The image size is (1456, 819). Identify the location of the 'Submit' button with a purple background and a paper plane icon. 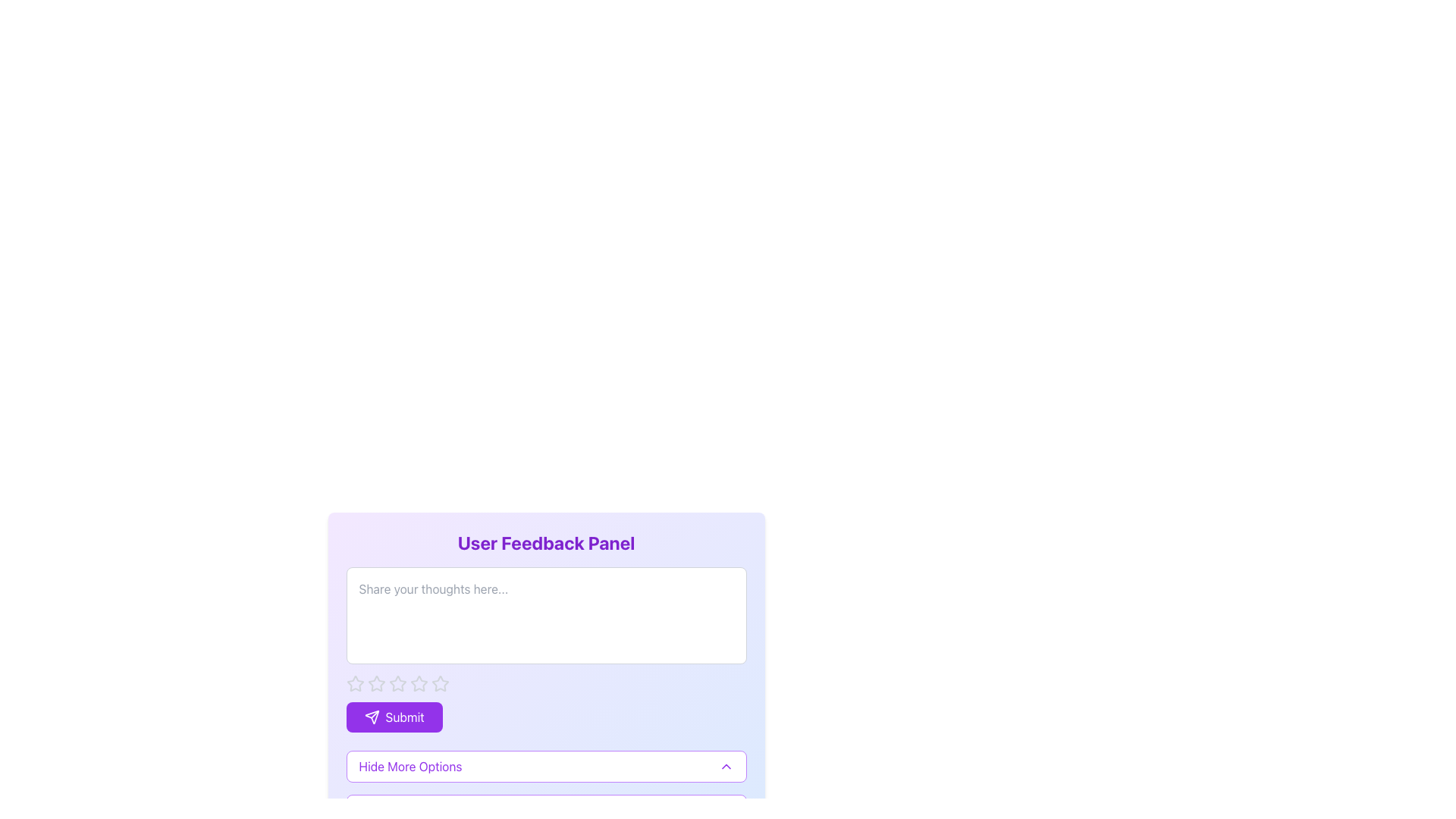
(394, 717).